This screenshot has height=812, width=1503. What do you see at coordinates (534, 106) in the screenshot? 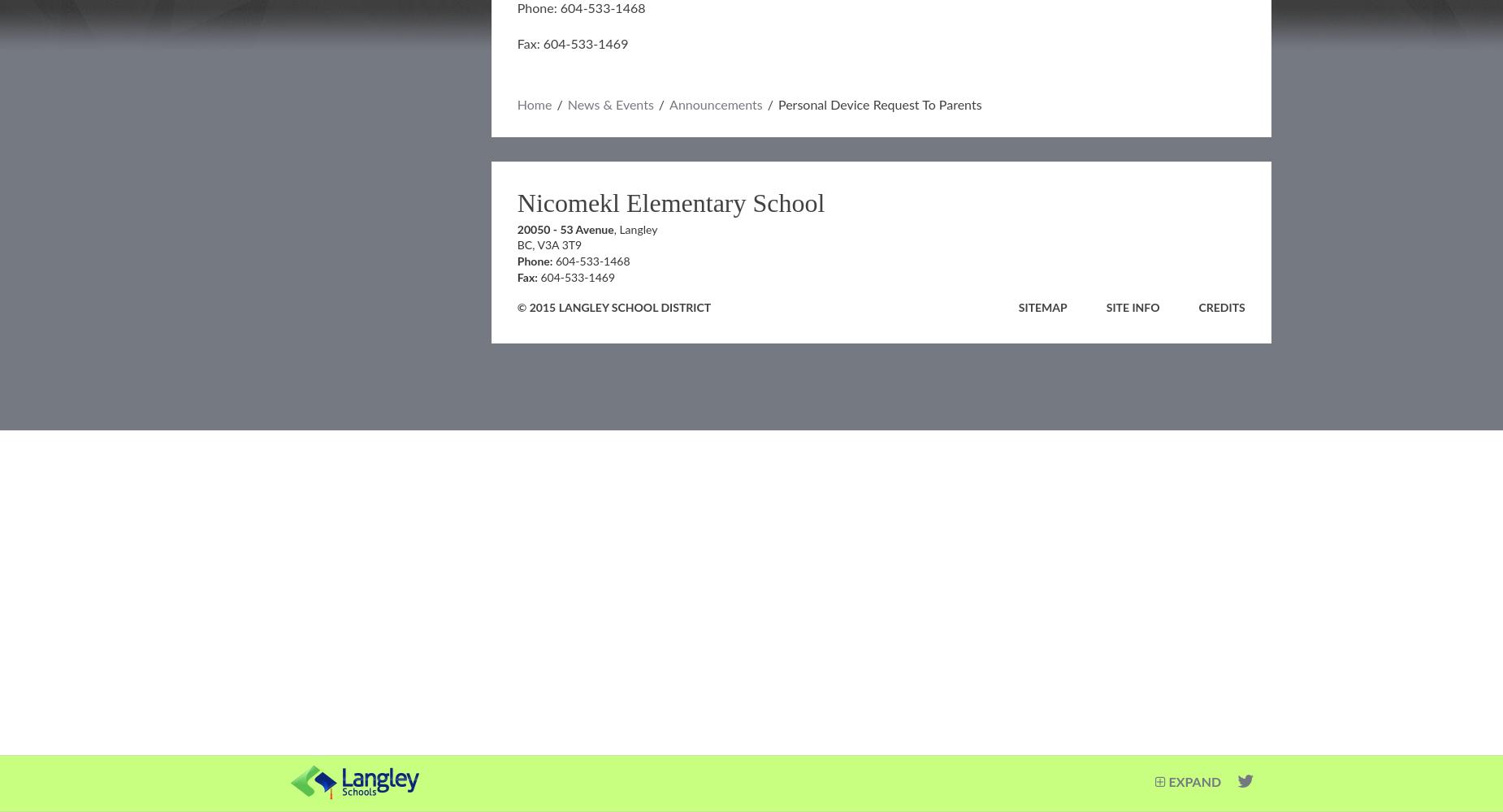
I see `'Home'` at bounding box center [534, 106].